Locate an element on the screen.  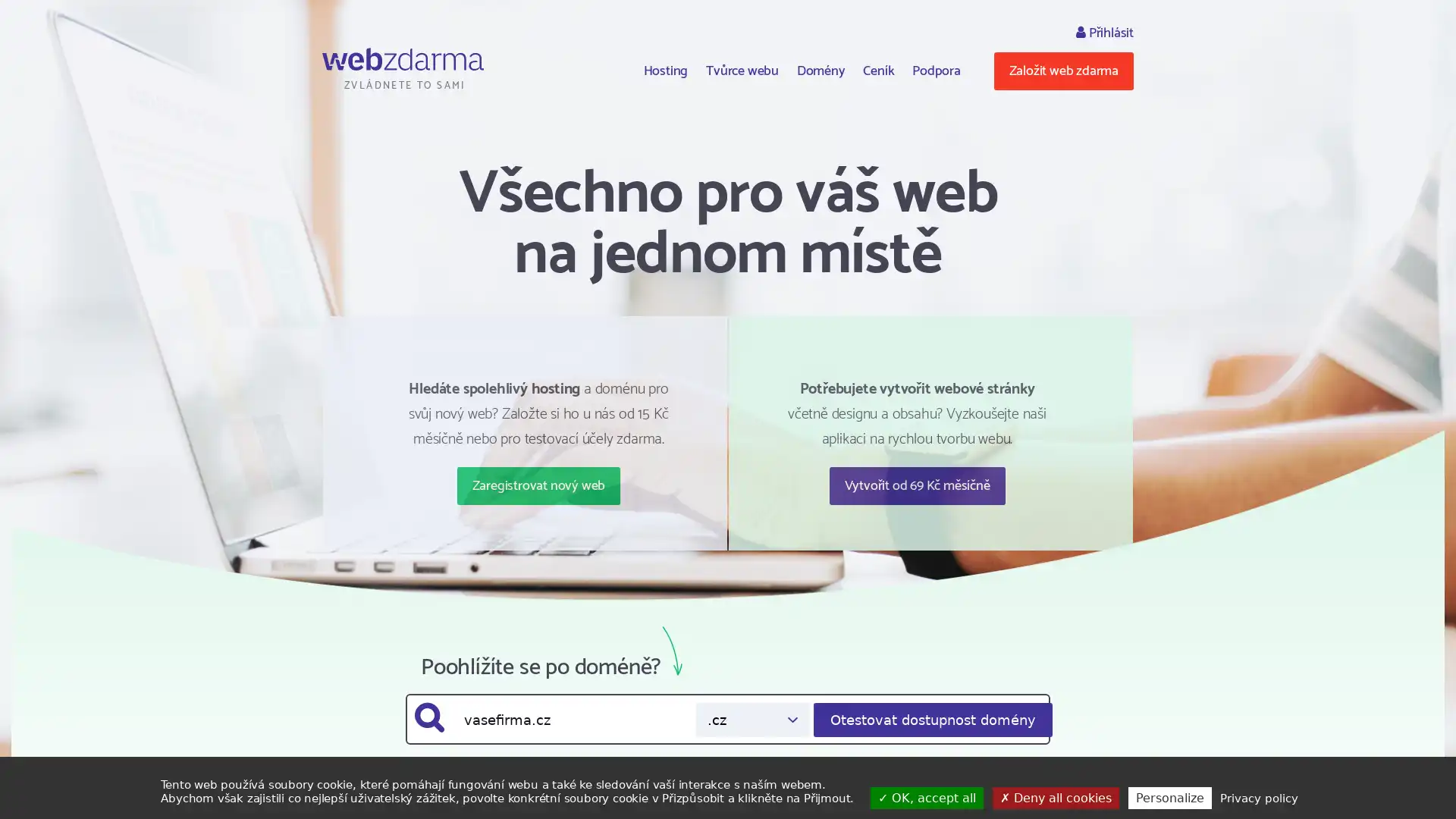
Otestovat dostupnost domeny is located at coordinates (932, 719).